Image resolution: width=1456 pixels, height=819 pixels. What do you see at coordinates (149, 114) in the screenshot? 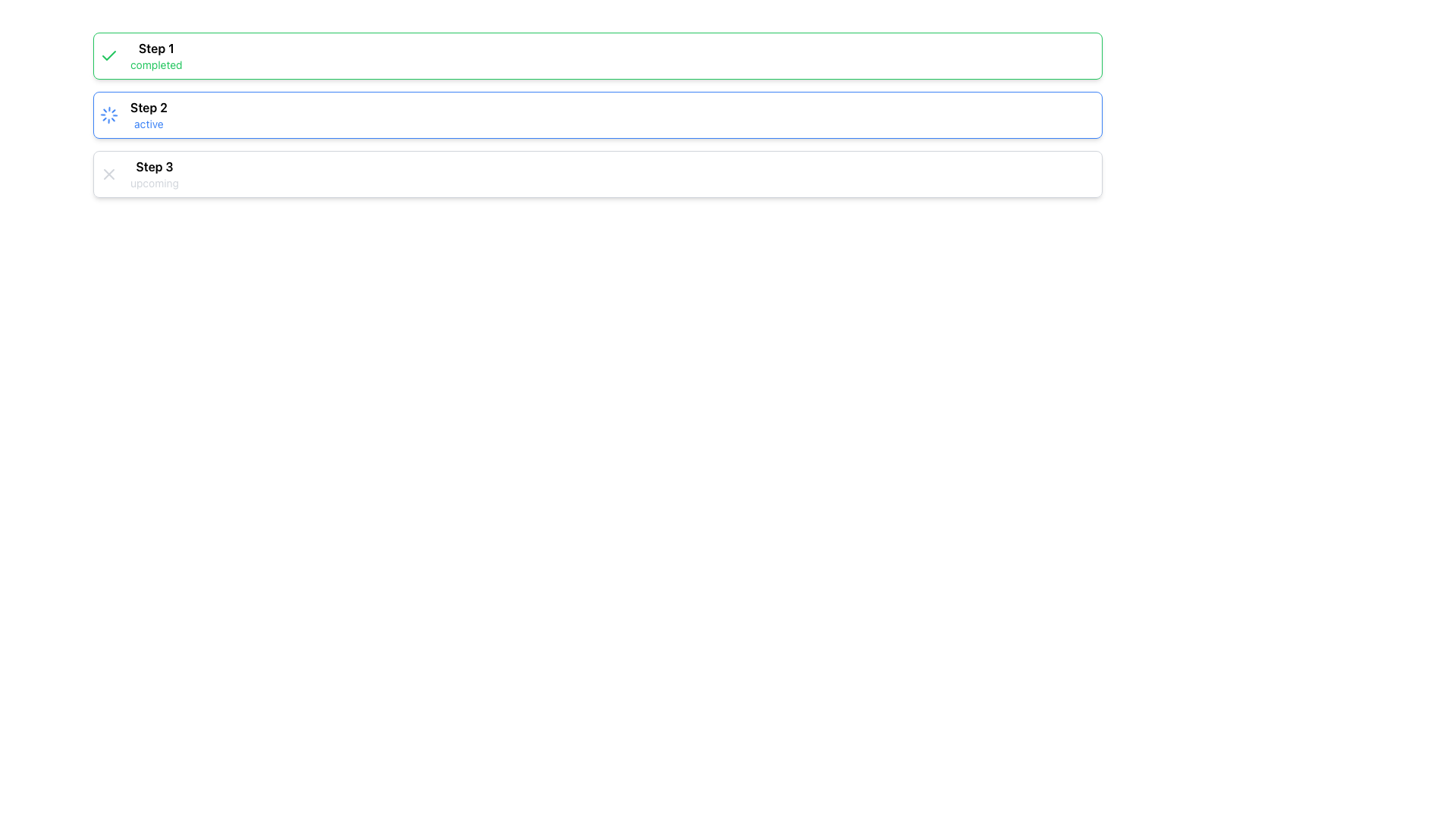
I see `the active Text-based display component labeled 'Step 2' to interact with it` at bounding box center [149, 114].